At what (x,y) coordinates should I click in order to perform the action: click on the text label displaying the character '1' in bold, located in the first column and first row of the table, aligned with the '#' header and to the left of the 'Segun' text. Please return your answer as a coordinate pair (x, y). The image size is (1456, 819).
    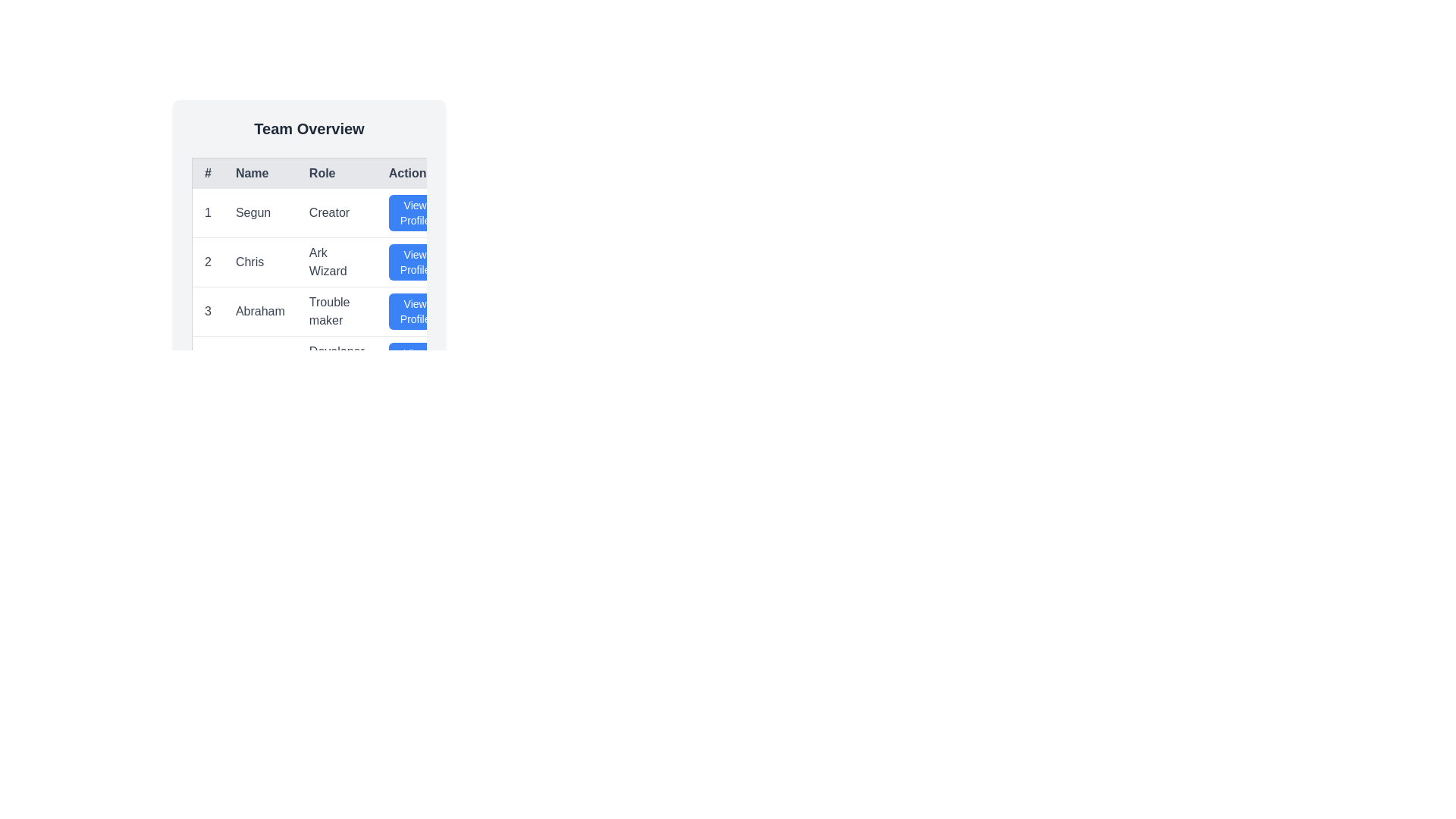
    Looking at the image, I should click on (207, 213).